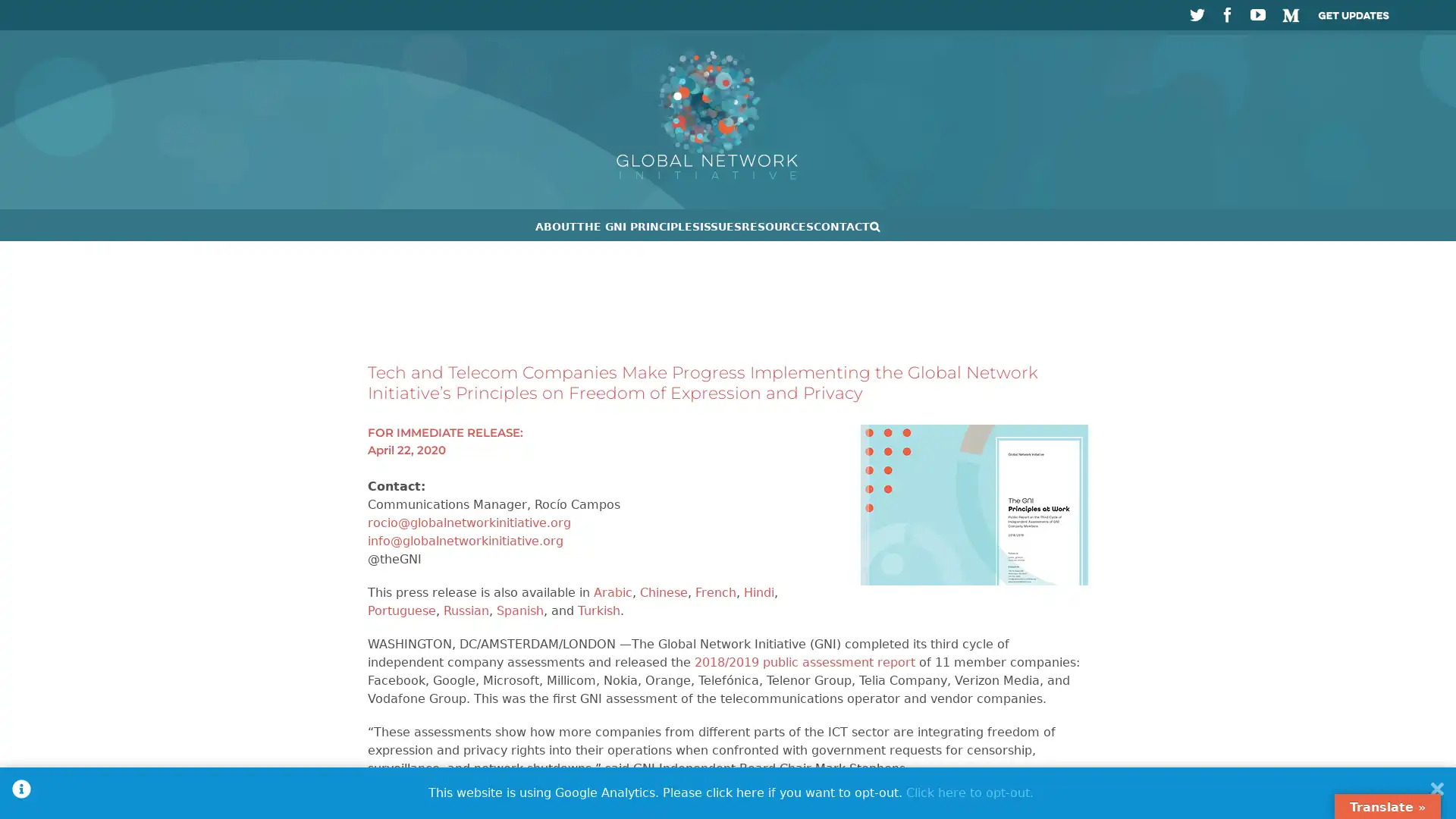 The height and width of the screenshot is (819, 1456). I want to click on Search, so click(874, 227).